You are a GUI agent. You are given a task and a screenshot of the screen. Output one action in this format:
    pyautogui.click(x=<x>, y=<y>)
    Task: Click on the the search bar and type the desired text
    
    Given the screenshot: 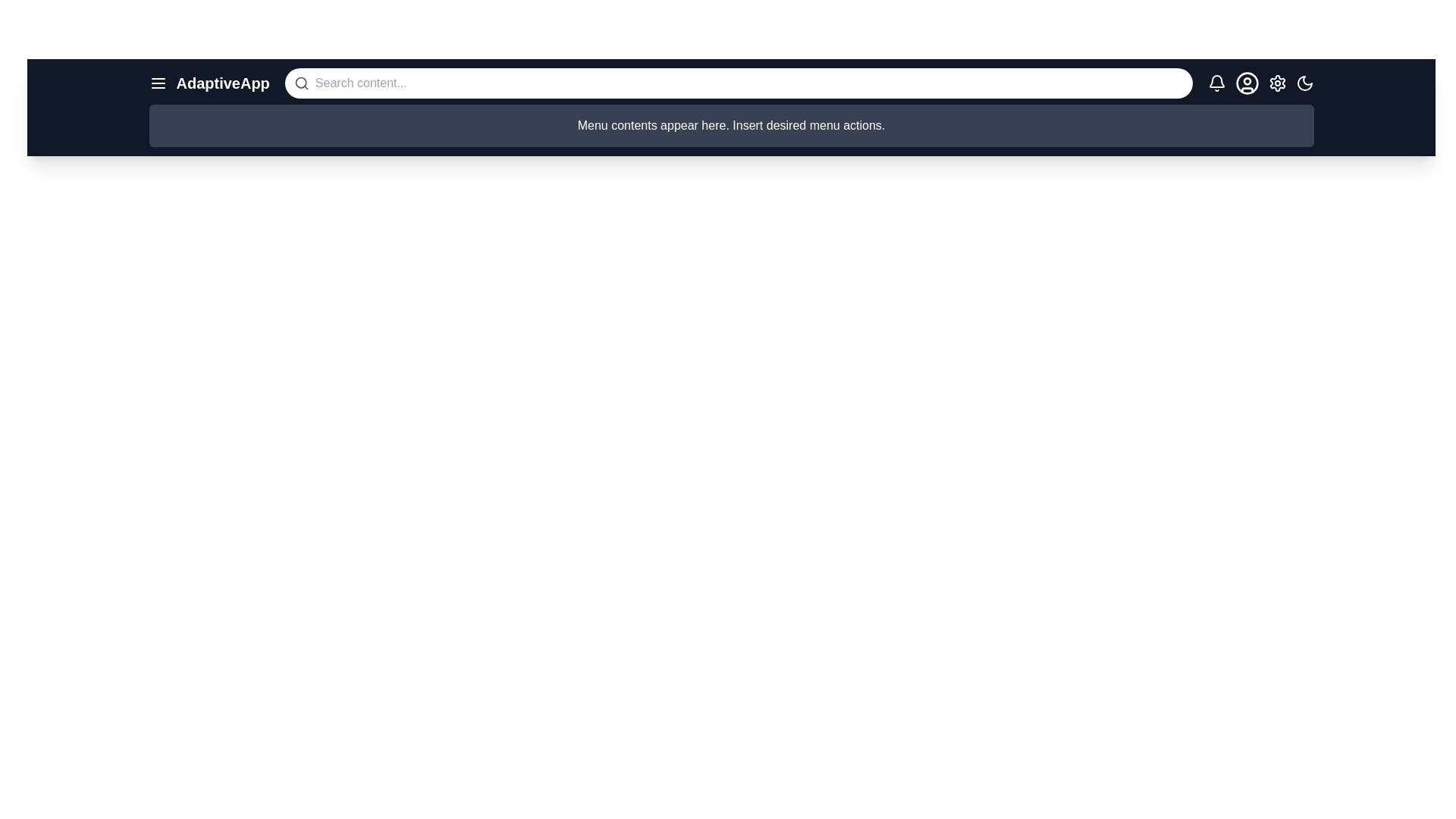 What is the action you would take?
    pyautogui.click(x=739, y=83)
    